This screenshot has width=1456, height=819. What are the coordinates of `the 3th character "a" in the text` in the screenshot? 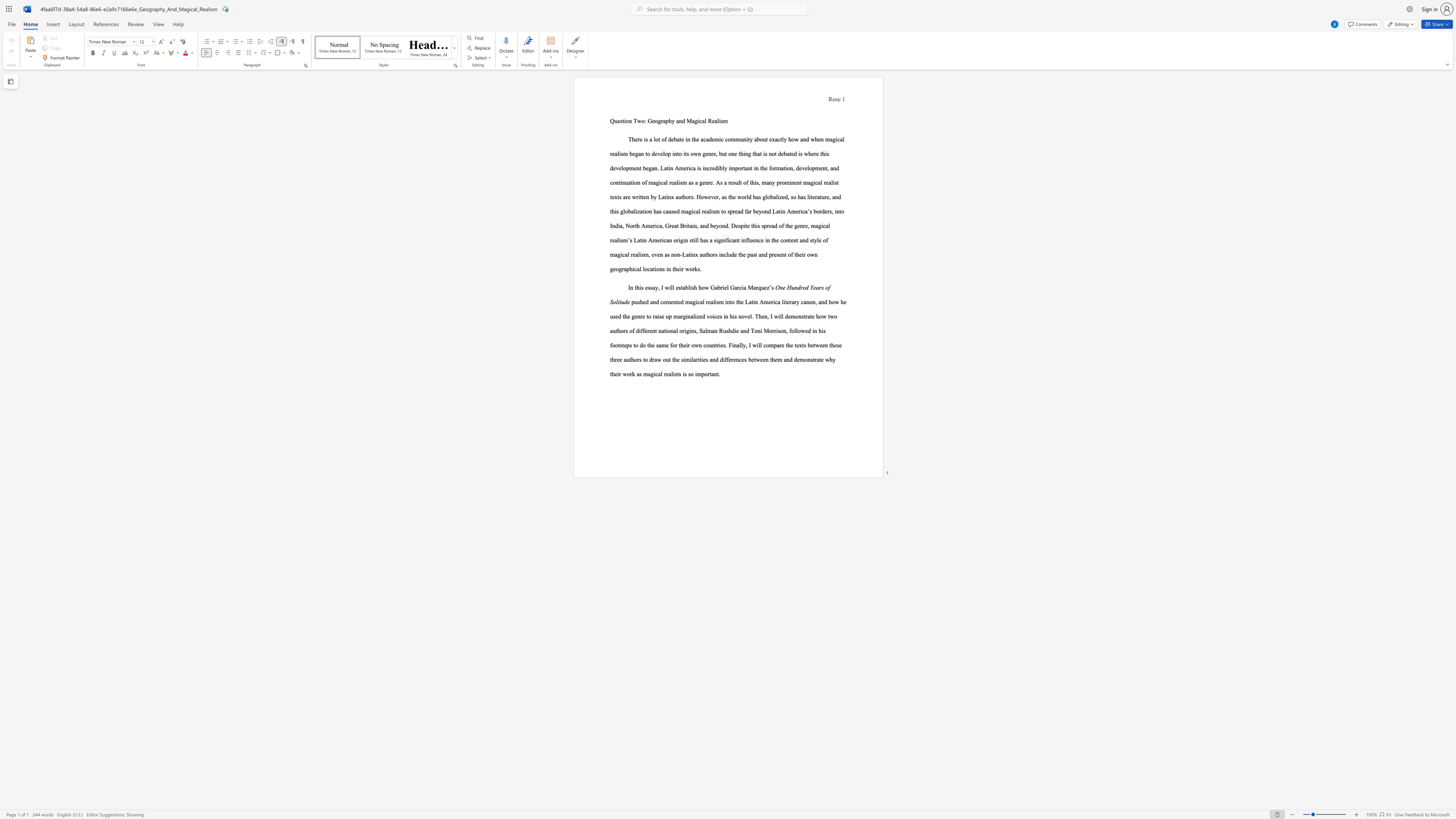 It's located at (777, 211).